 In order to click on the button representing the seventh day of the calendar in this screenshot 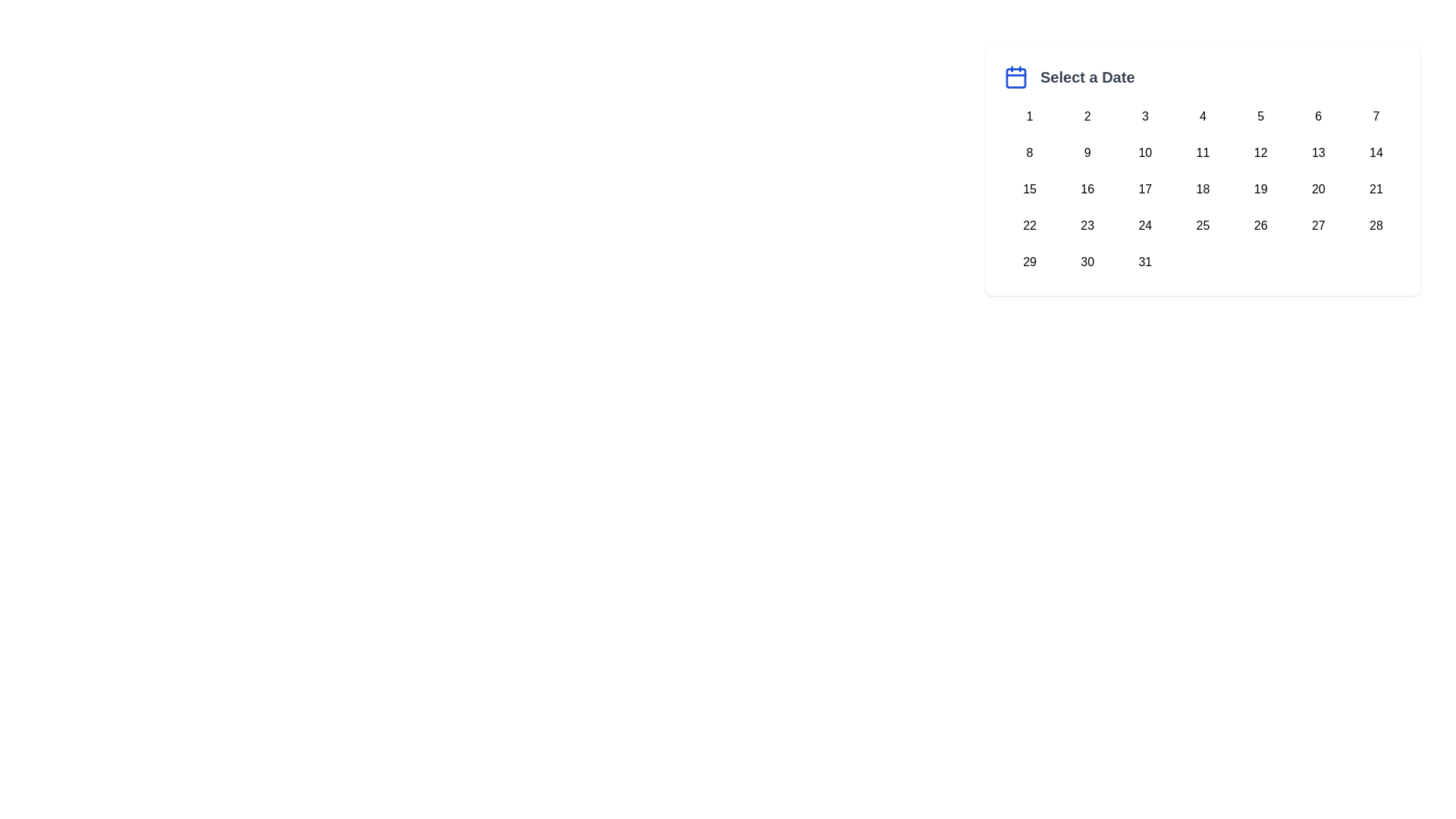, I will do `click(1376, 116)`.